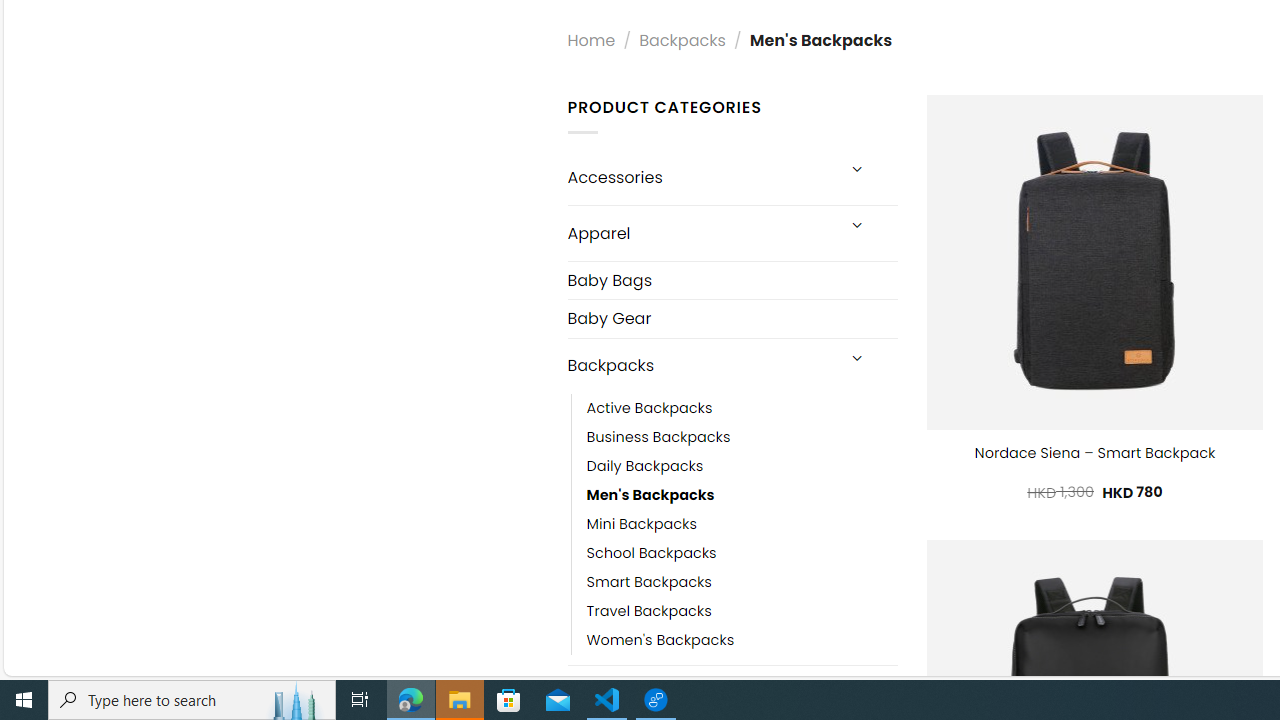 This screenshot has width=1280, height=720. What do you see at coordinates (641, 523) in the screenshot?
I see `'Mini Backpacks'` at bounding box center [641, 523].